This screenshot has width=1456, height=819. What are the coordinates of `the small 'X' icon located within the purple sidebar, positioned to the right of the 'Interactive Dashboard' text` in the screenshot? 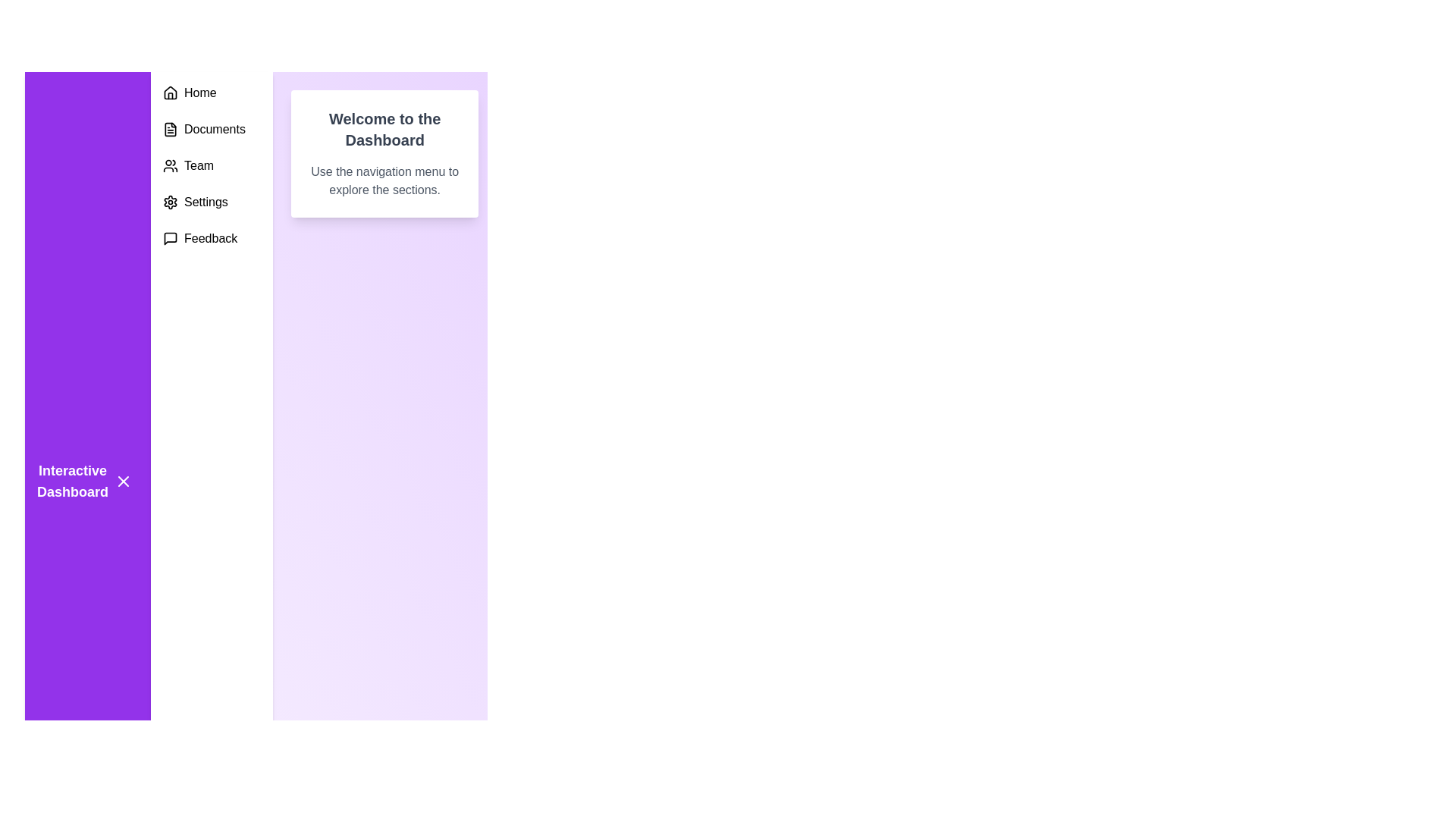 It's located at (124, 482).